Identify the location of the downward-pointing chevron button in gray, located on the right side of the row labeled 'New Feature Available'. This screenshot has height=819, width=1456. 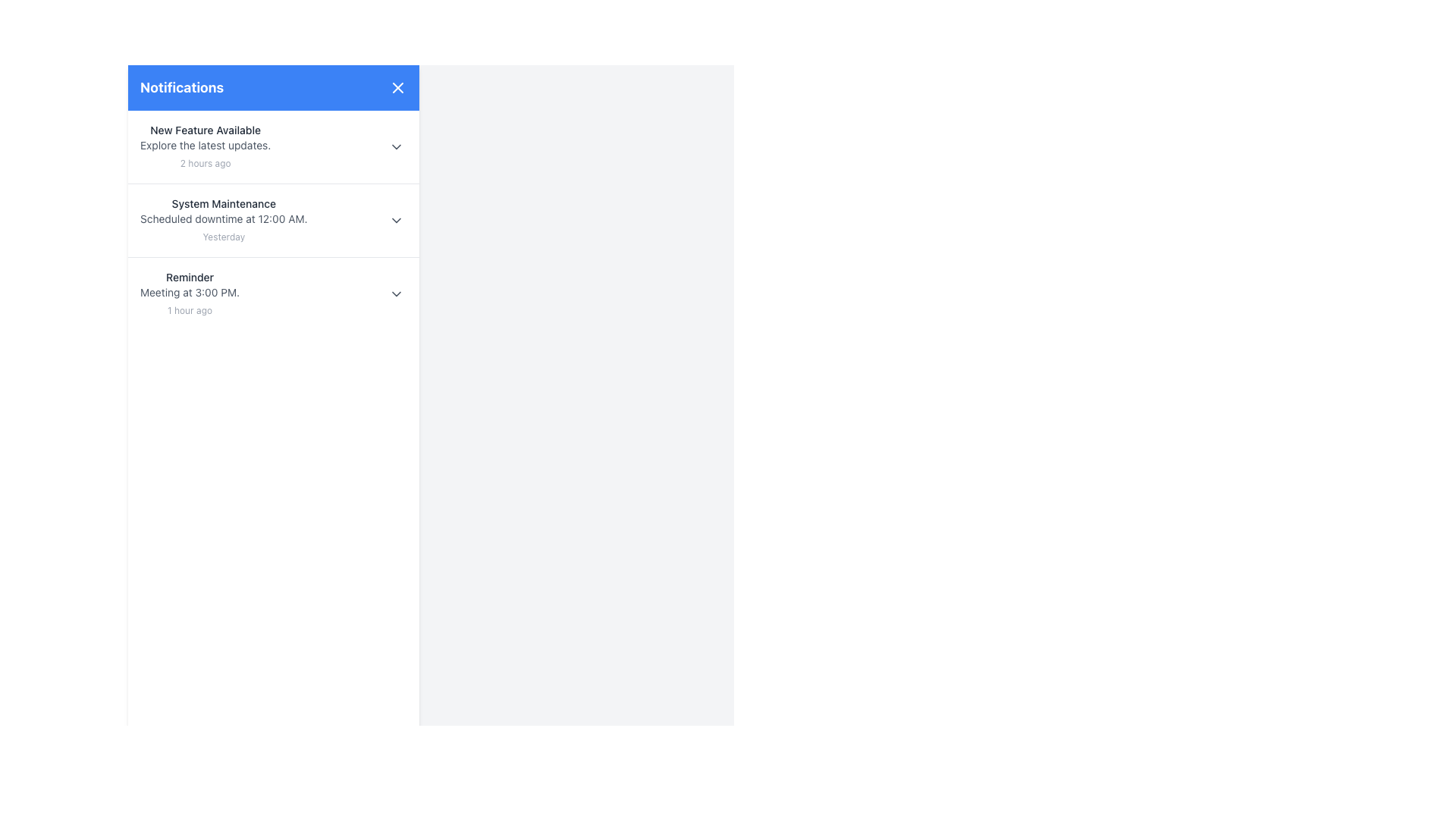
(397, 146).